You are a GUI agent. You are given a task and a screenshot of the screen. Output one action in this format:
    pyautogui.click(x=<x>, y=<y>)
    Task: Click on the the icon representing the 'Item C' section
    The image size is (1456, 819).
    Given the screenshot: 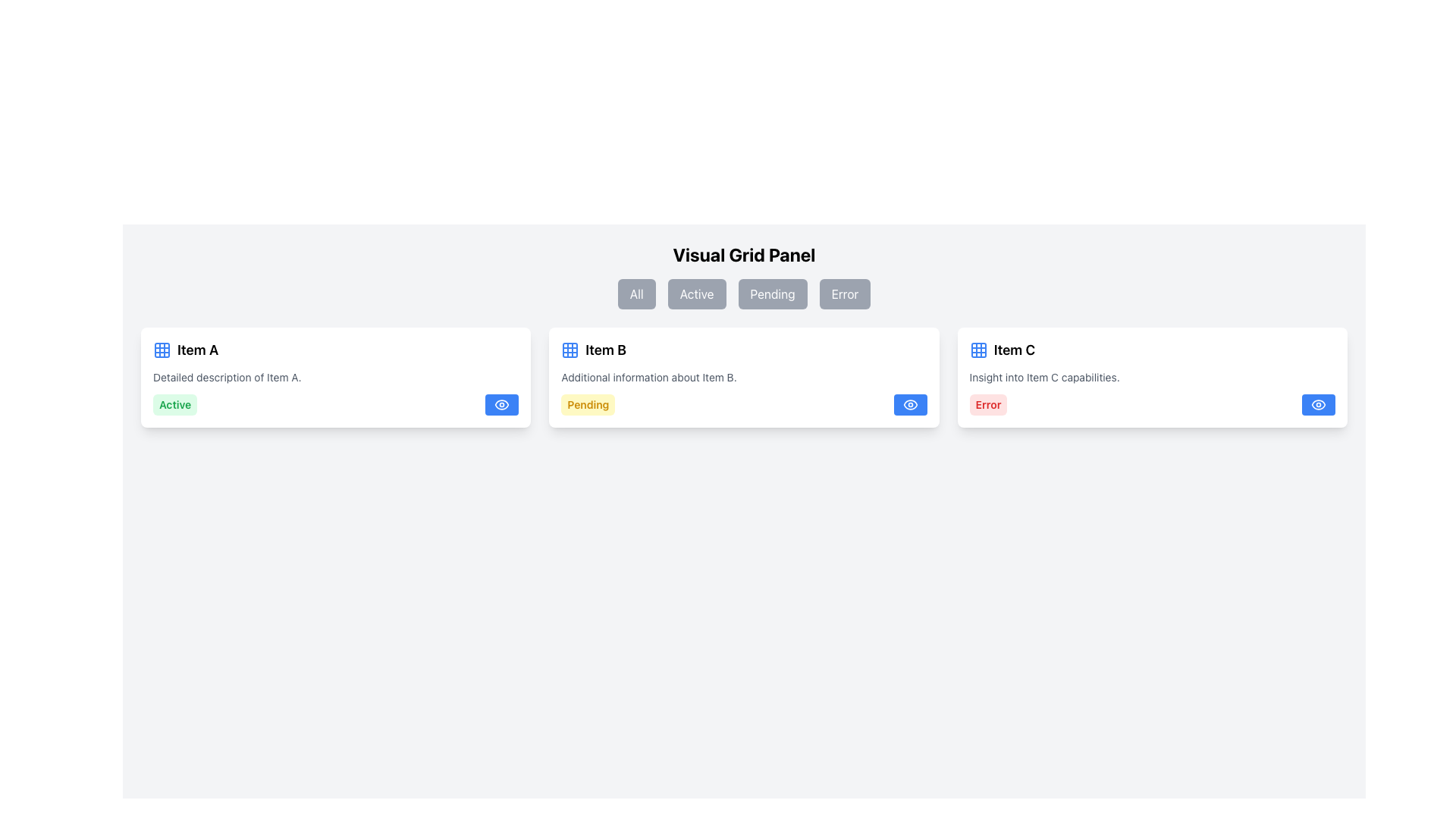 What is the action you would take?
    pyautogui.click(x=978, y=350)
    